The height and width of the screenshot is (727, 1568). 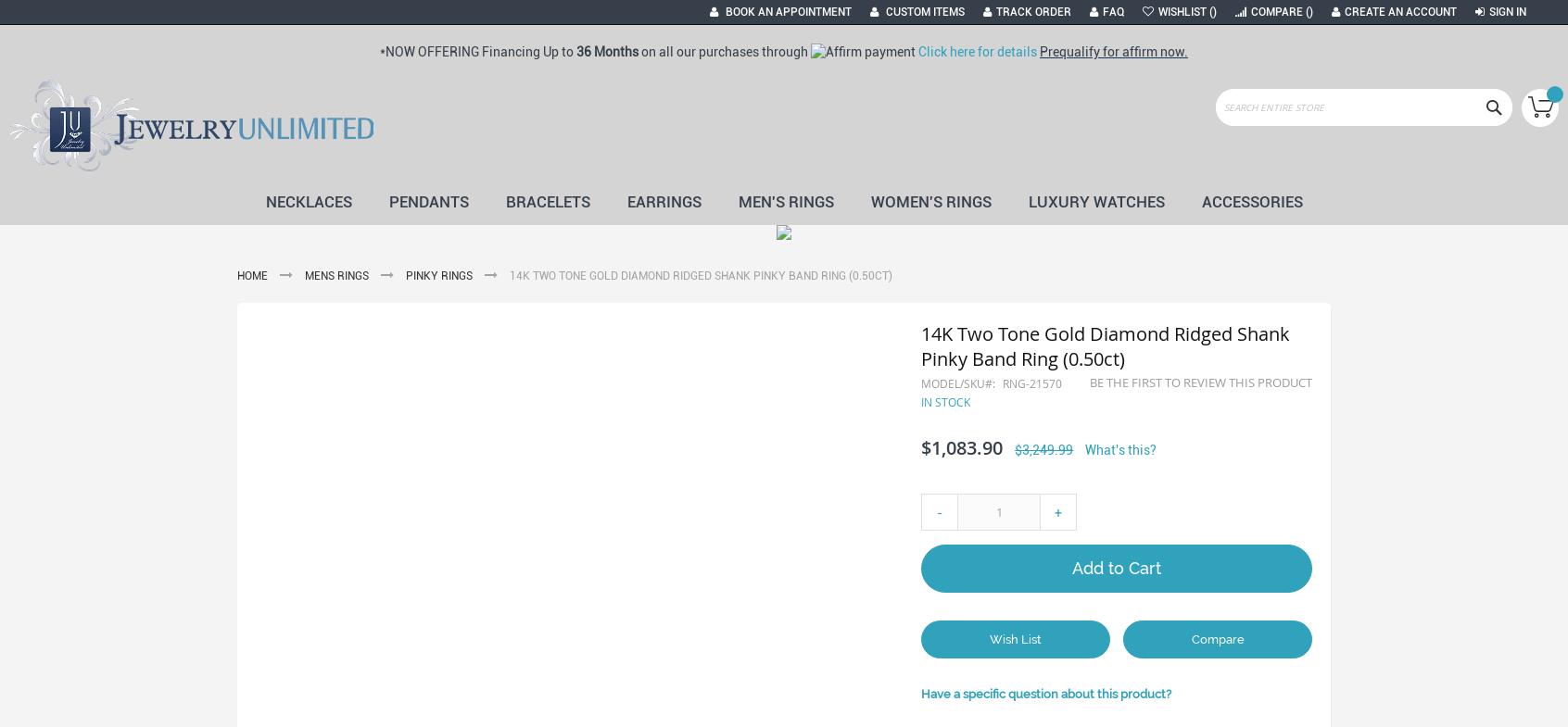 I want to click on 'on all our purchases through', so click(x=725, y=50).